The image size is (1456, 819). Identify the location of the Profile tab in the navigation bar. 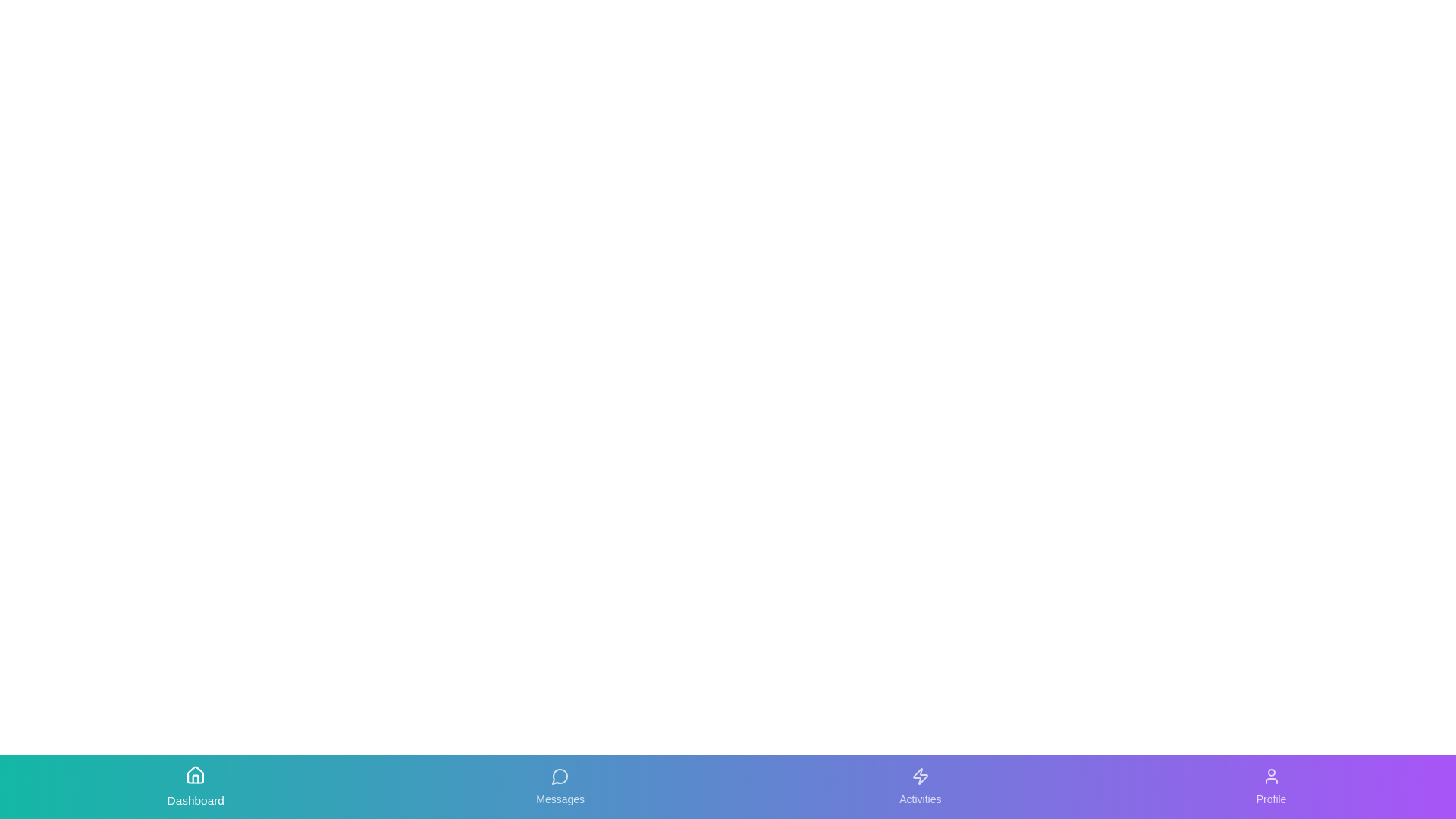
(1270, 786).